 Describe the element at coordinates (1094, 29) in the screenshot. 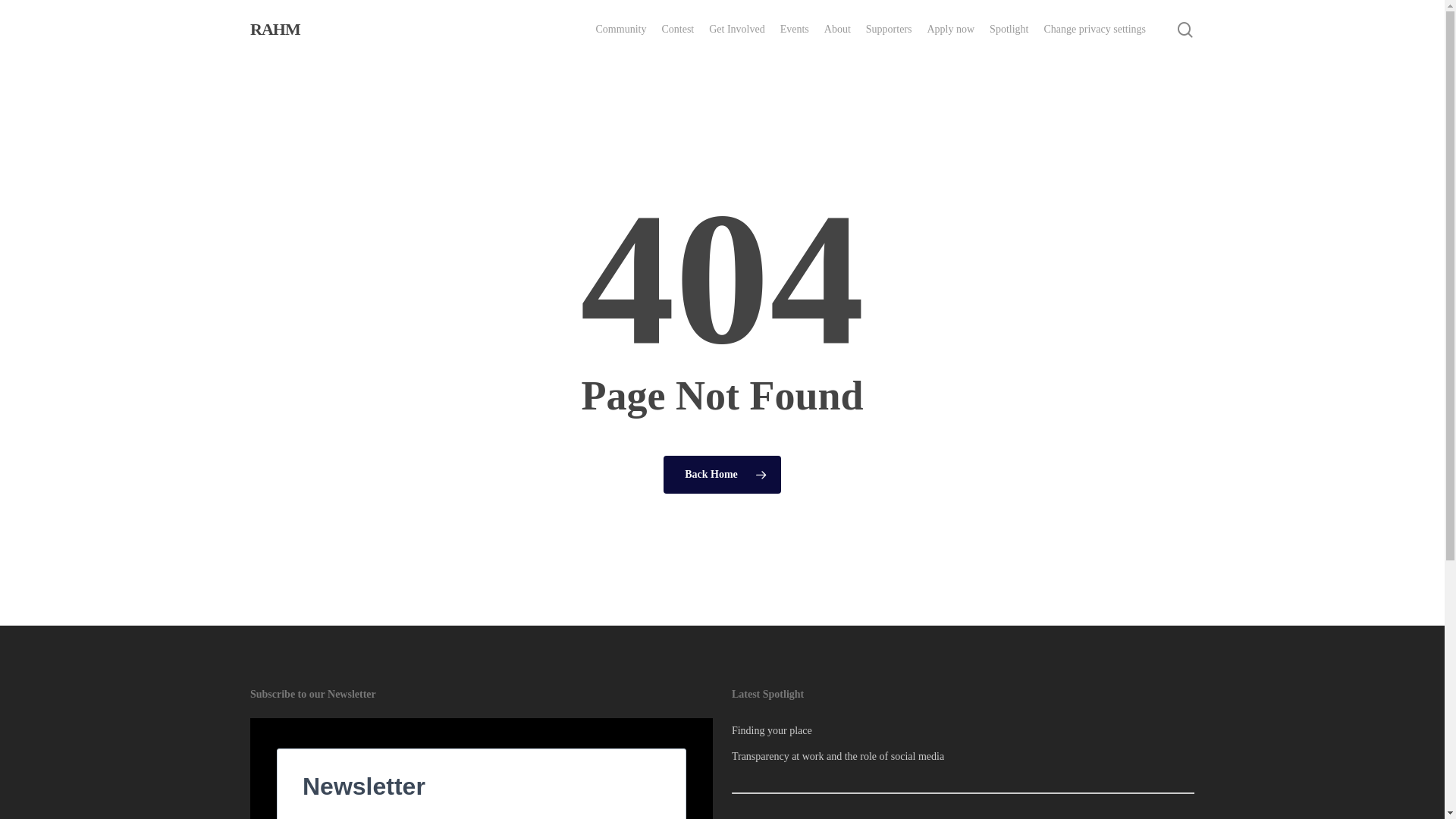

I see `'Change privacy settings'` at that location.